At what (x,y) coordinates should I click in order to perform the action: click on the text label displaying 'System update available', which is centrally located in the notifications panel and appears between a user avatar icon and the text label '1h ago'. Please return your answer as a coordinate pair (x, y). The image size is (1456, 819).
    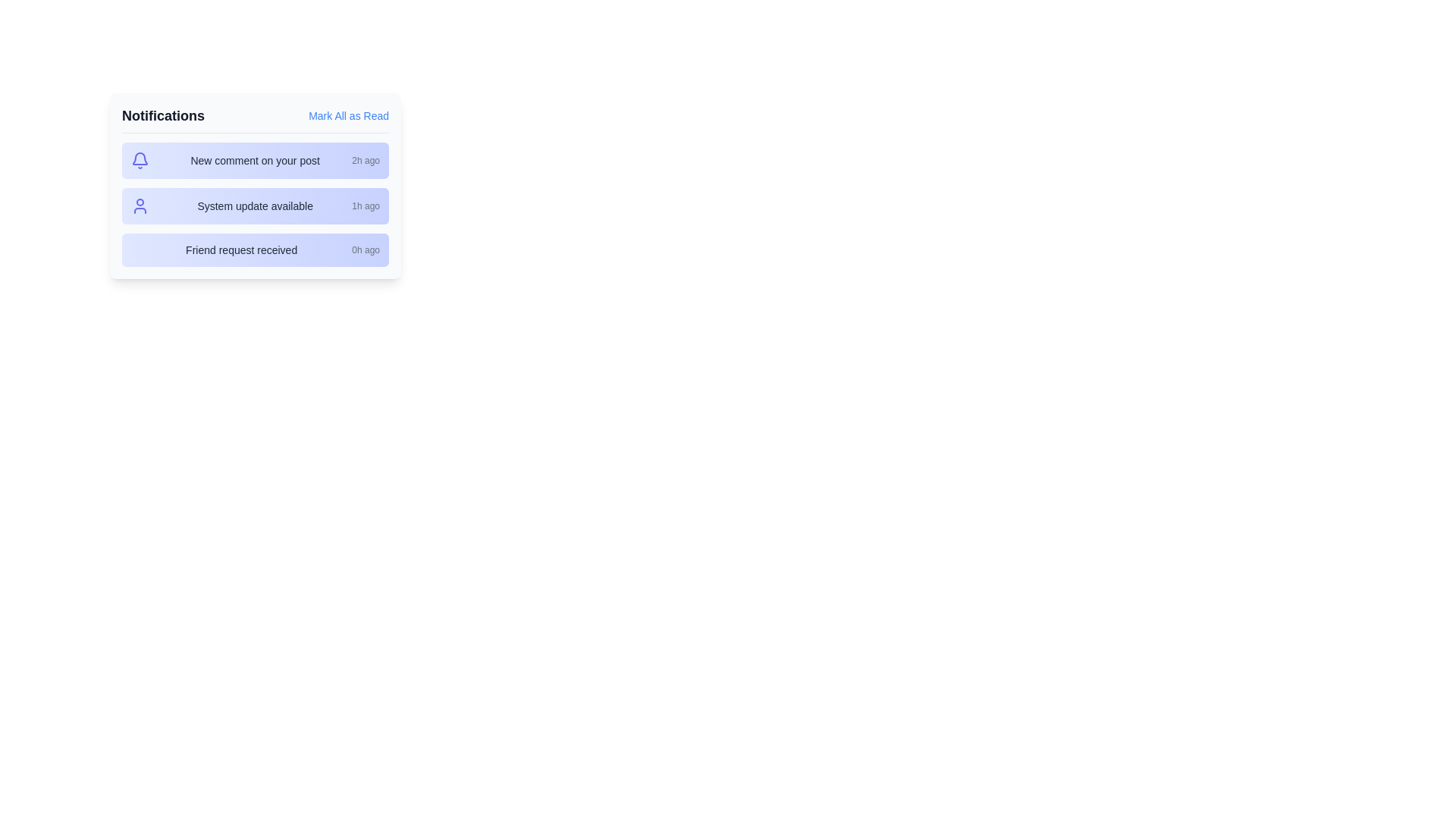
    Looking at the image, I should click on (255, 206).